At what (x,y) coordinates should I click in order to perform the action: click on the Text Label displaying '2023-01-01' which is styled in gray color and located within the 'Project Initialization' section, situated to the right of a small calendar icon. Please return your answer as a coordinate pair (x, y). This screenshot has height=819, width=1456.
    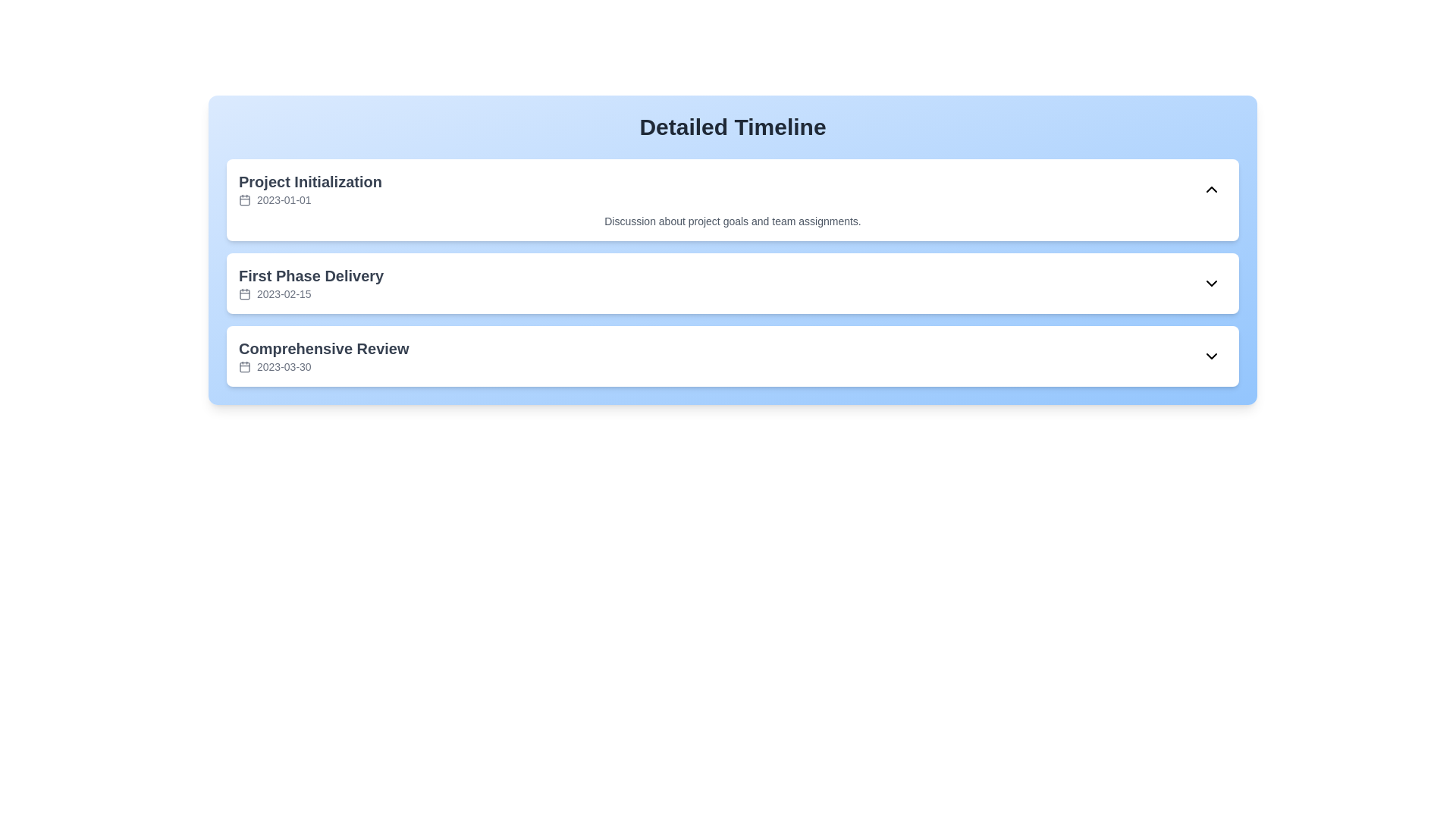
    Looking at the image, I should click on (284, 199).